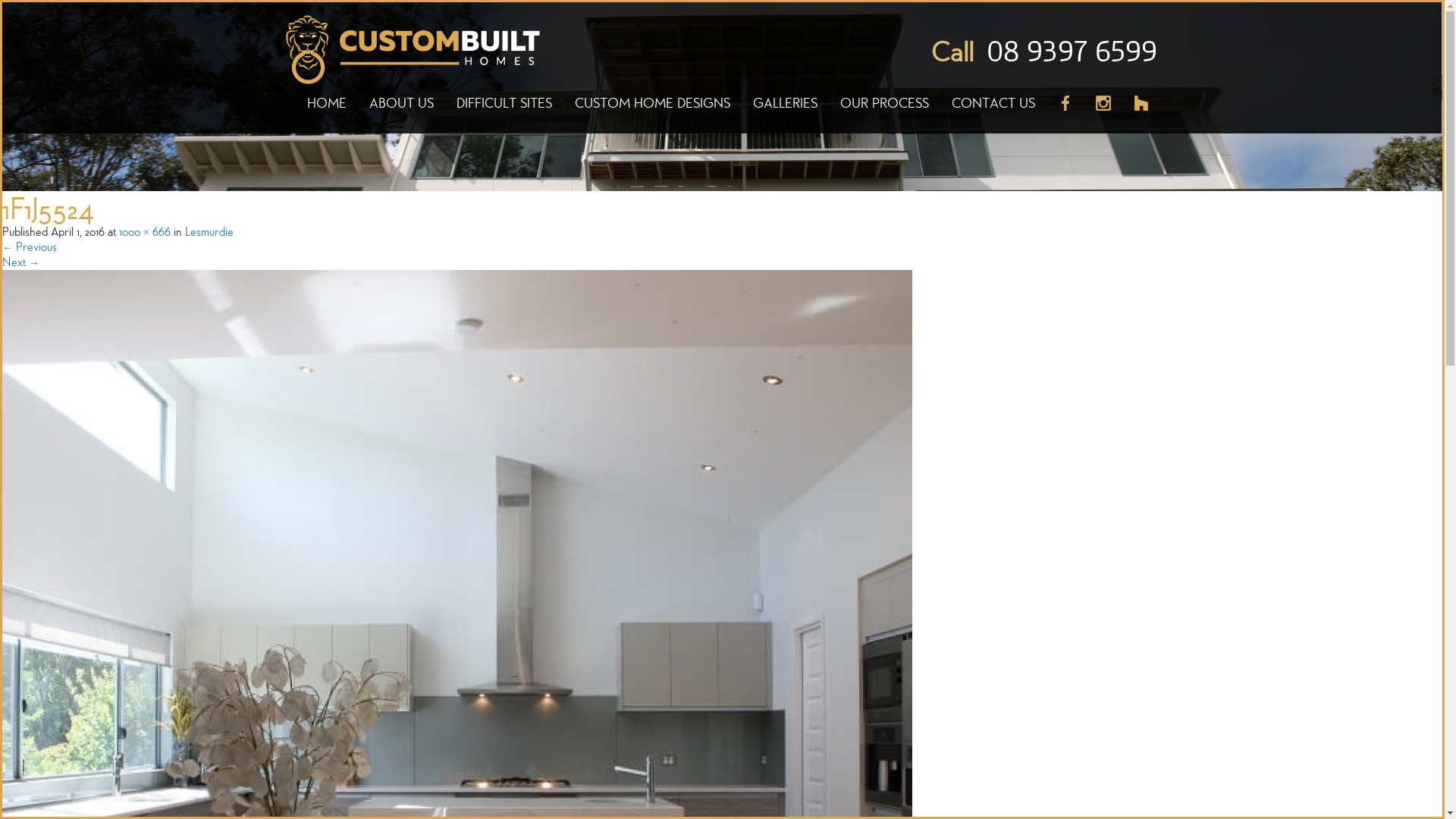 The width and height of the screenshot is (1456, 819). I want to click on '08 9397 6599', so click(1071, 51).